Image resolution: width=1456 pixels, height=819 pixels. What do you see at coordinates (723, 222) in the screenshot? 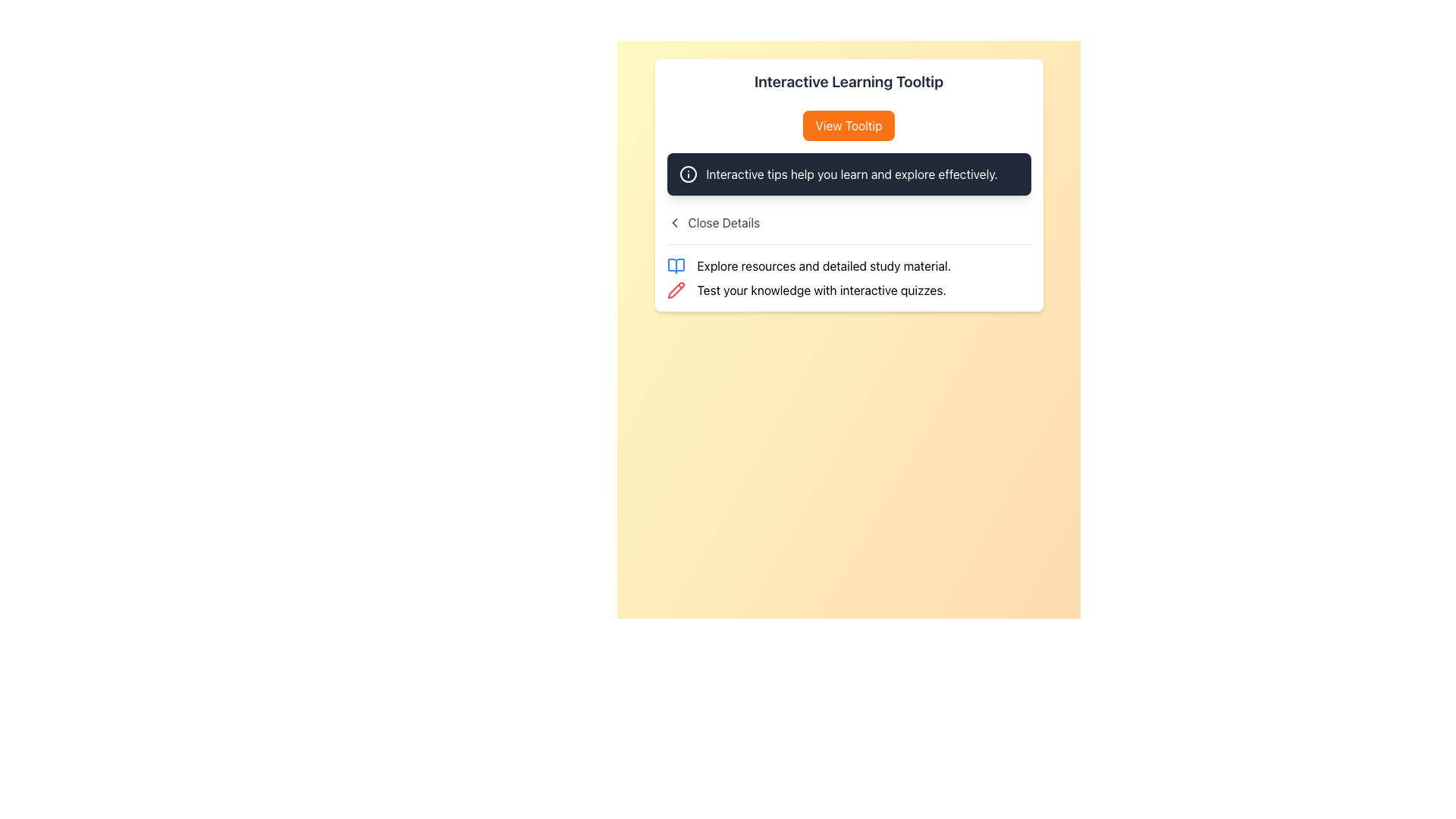
I see `text displayed on the 'Close Details' text label located in the top area of the tooltip, next to the leftwards-pointing chevron icon` at bounding box center [723, 222].